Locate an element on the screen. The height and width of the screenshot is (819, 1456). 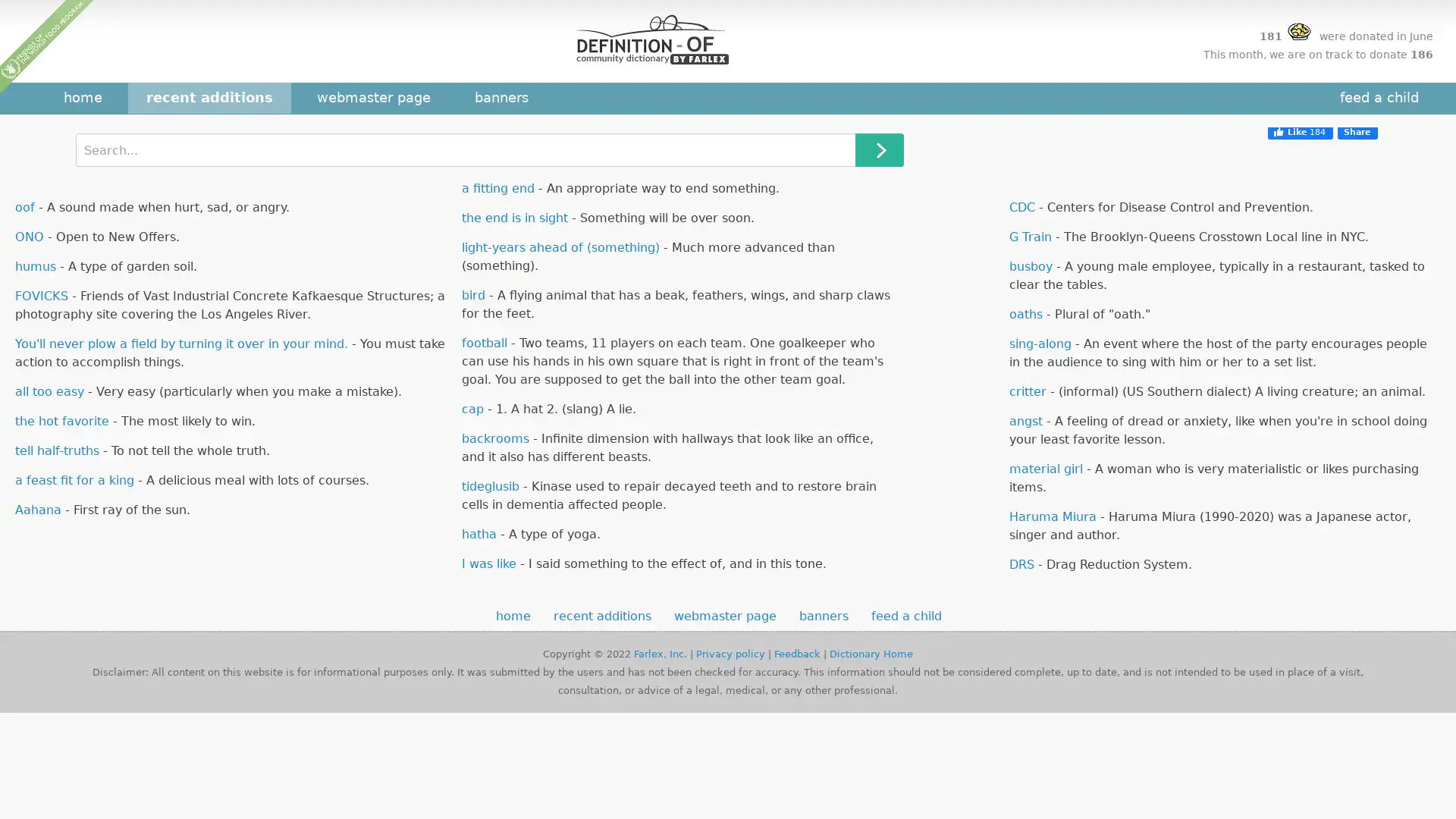
Search is located at coordinates (880, 149).